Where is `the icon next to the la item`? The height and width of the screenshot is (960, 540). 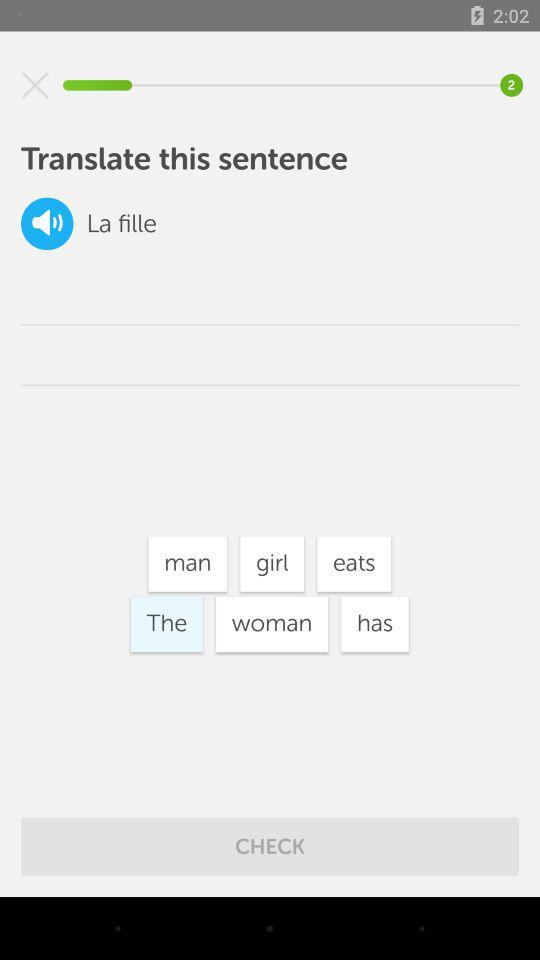
the icon next to the la item is located at coordinates (47, 223).